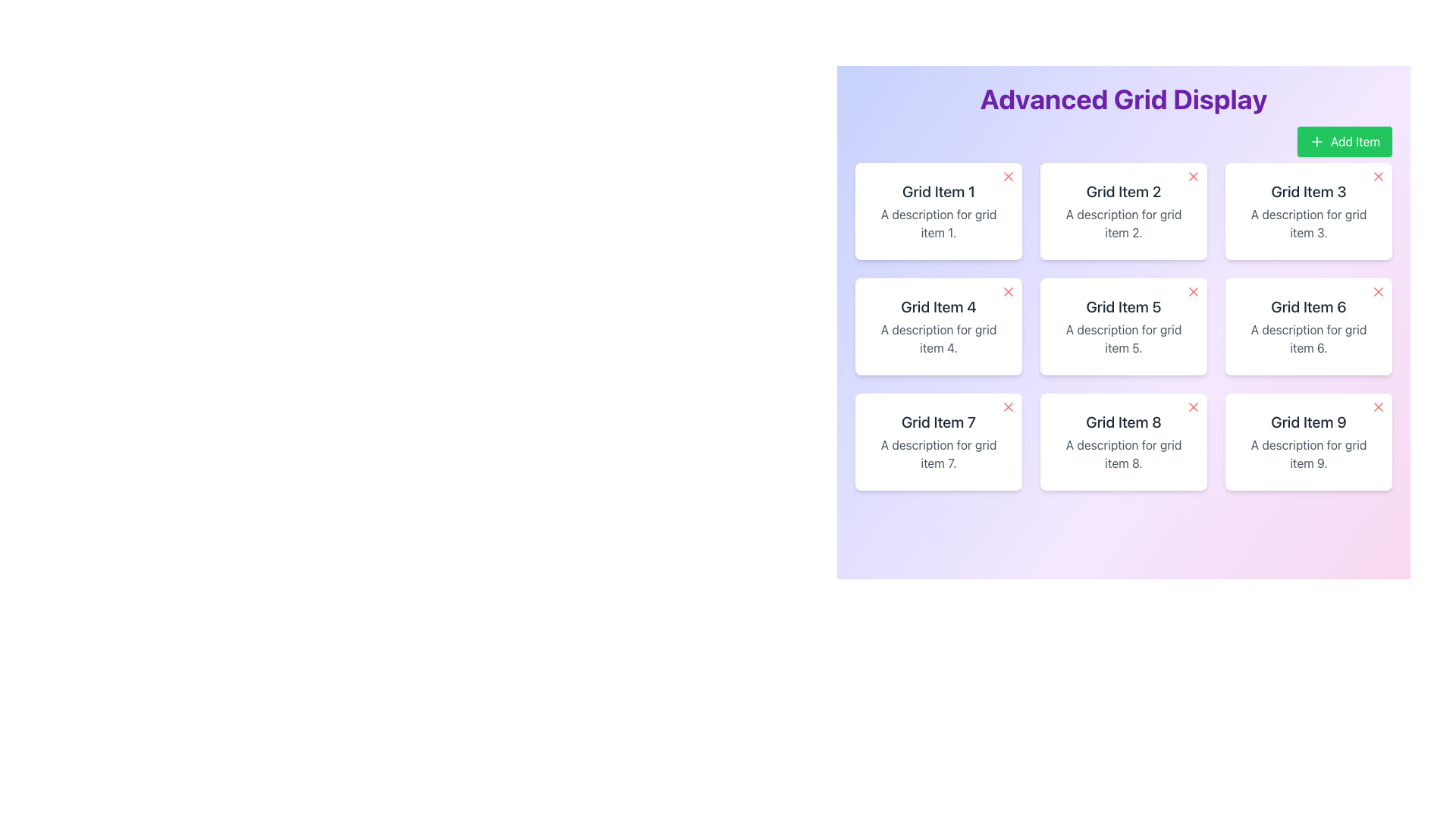  What do you see at coordinates (1379, 292) in the screenshot?
I see `the 'X' icon delete button located at the top right corner of the 'Grid Item 6' card` at bounding box center [1379, 292].